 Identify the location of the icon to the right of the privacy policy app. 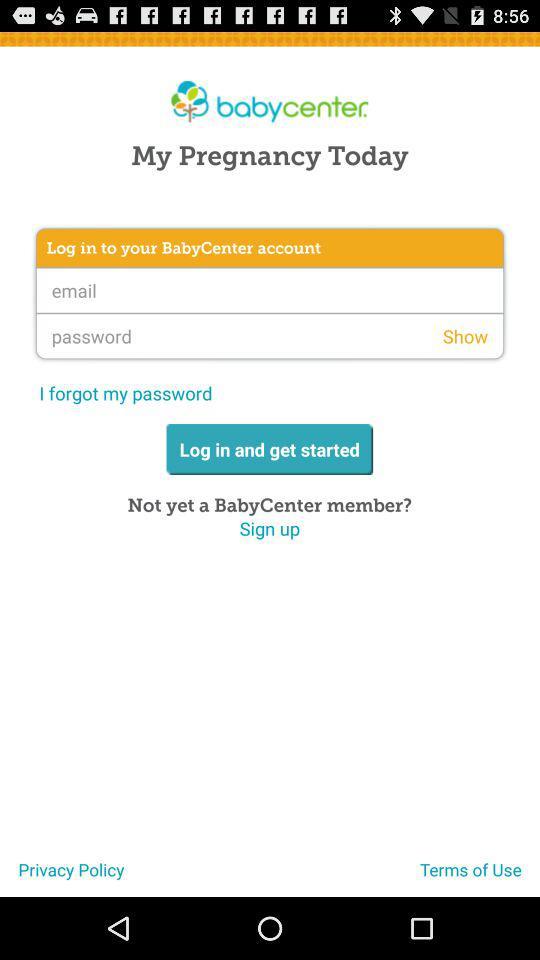
(479, 876).